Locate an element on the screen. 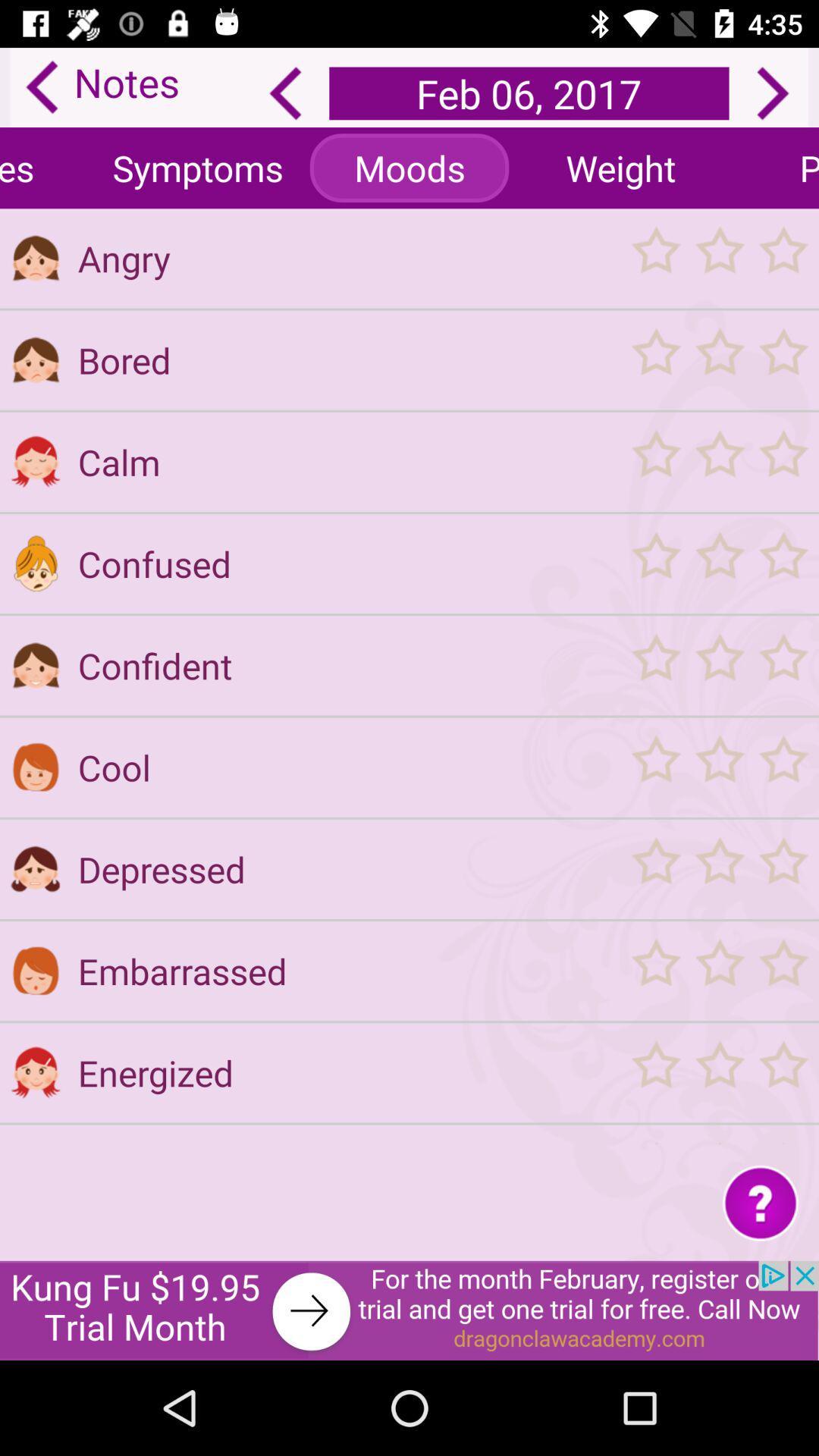  the text which is above the text confused is located at coordinates (345, 461).